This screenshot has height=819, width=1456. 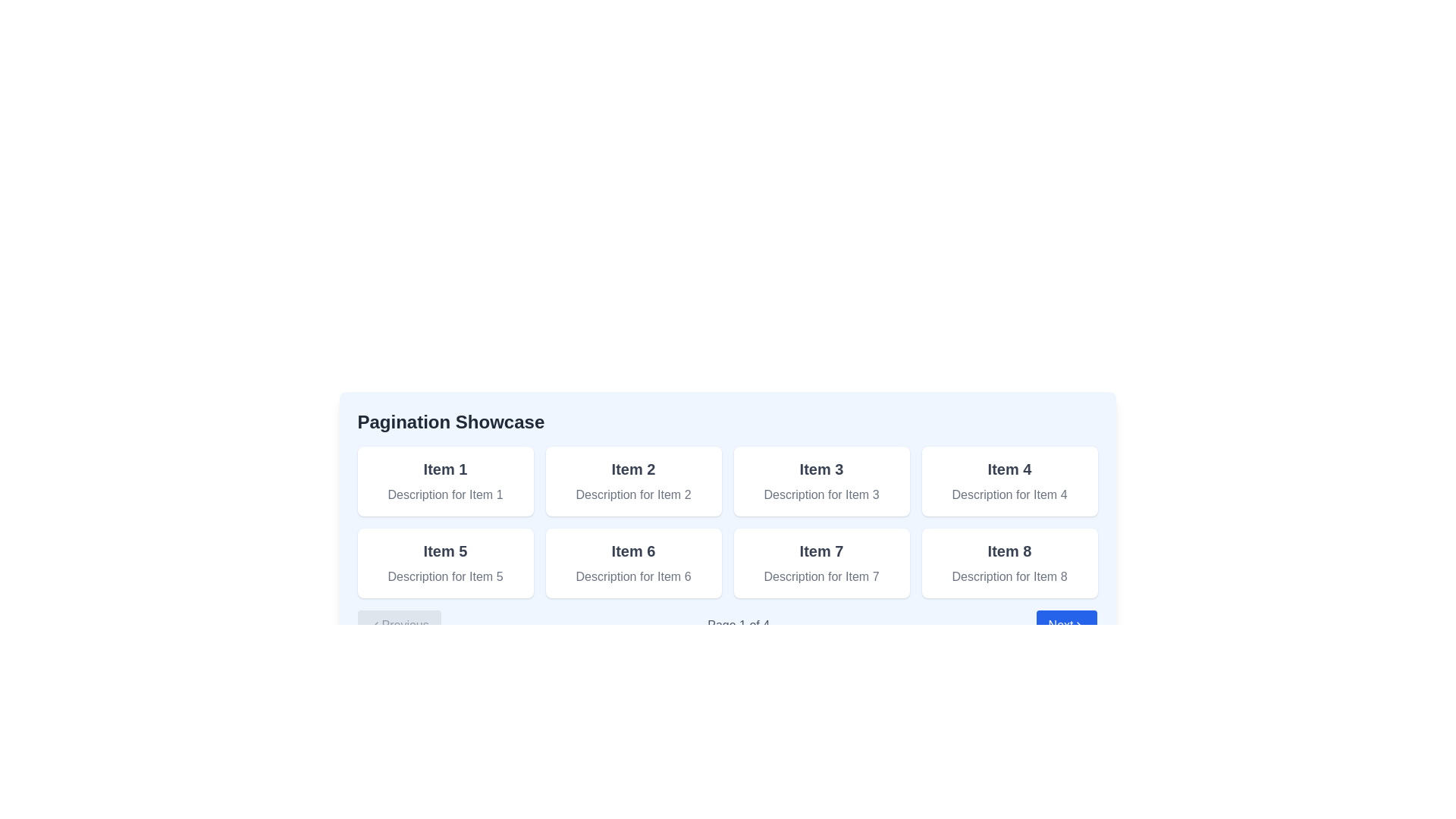 What do you see at coordinates (821, 482) in the screenshot?
I see `the third card in the first row of the grid, which displays a title and description, located directly to the right of the card labeled 'Item 2'` at bounding box center [821, 482].